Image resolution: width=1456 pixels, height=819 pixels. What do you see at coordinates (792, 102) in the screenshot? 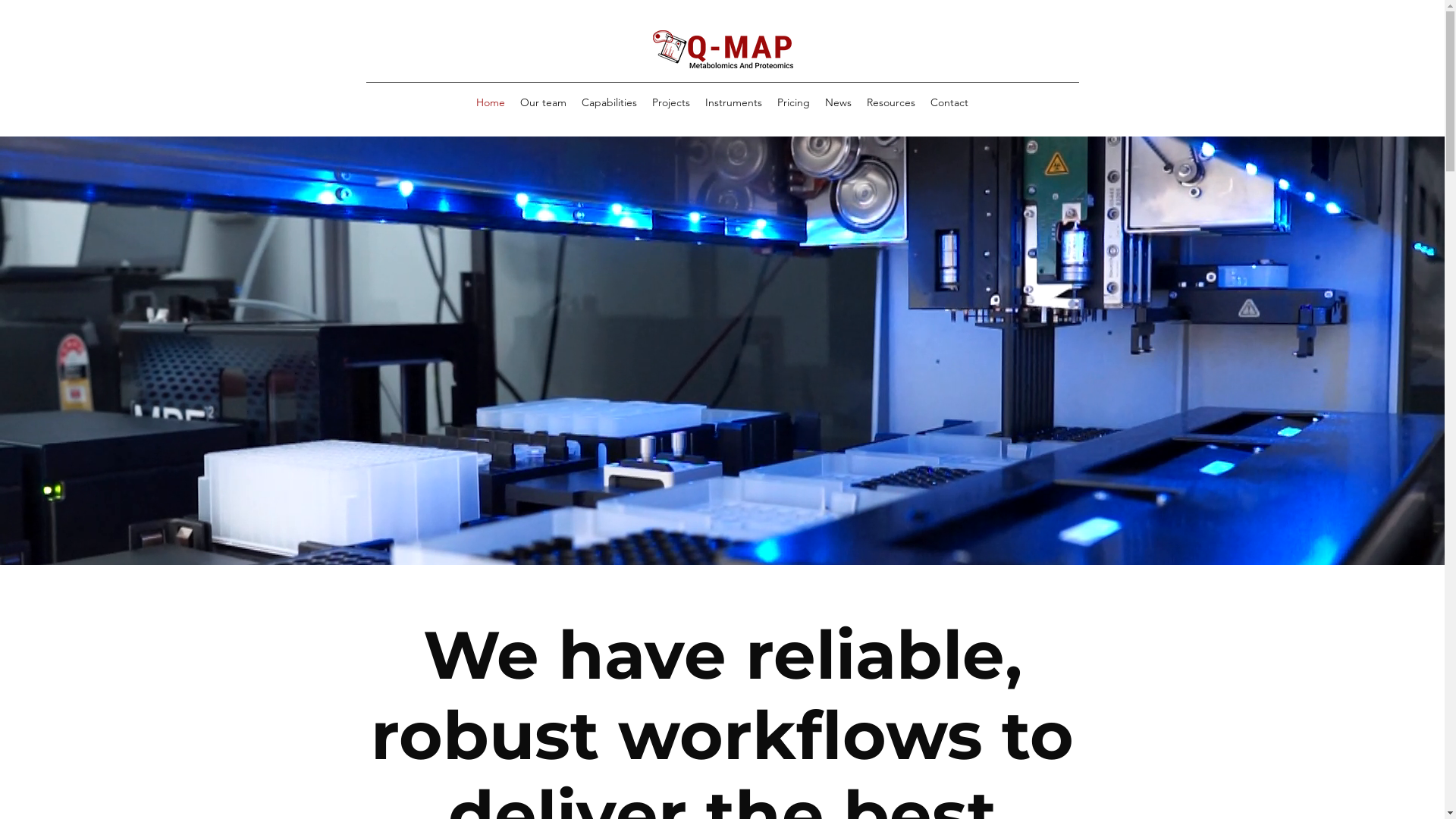
I see `'Pricing'` at bounding box center [792, 102].